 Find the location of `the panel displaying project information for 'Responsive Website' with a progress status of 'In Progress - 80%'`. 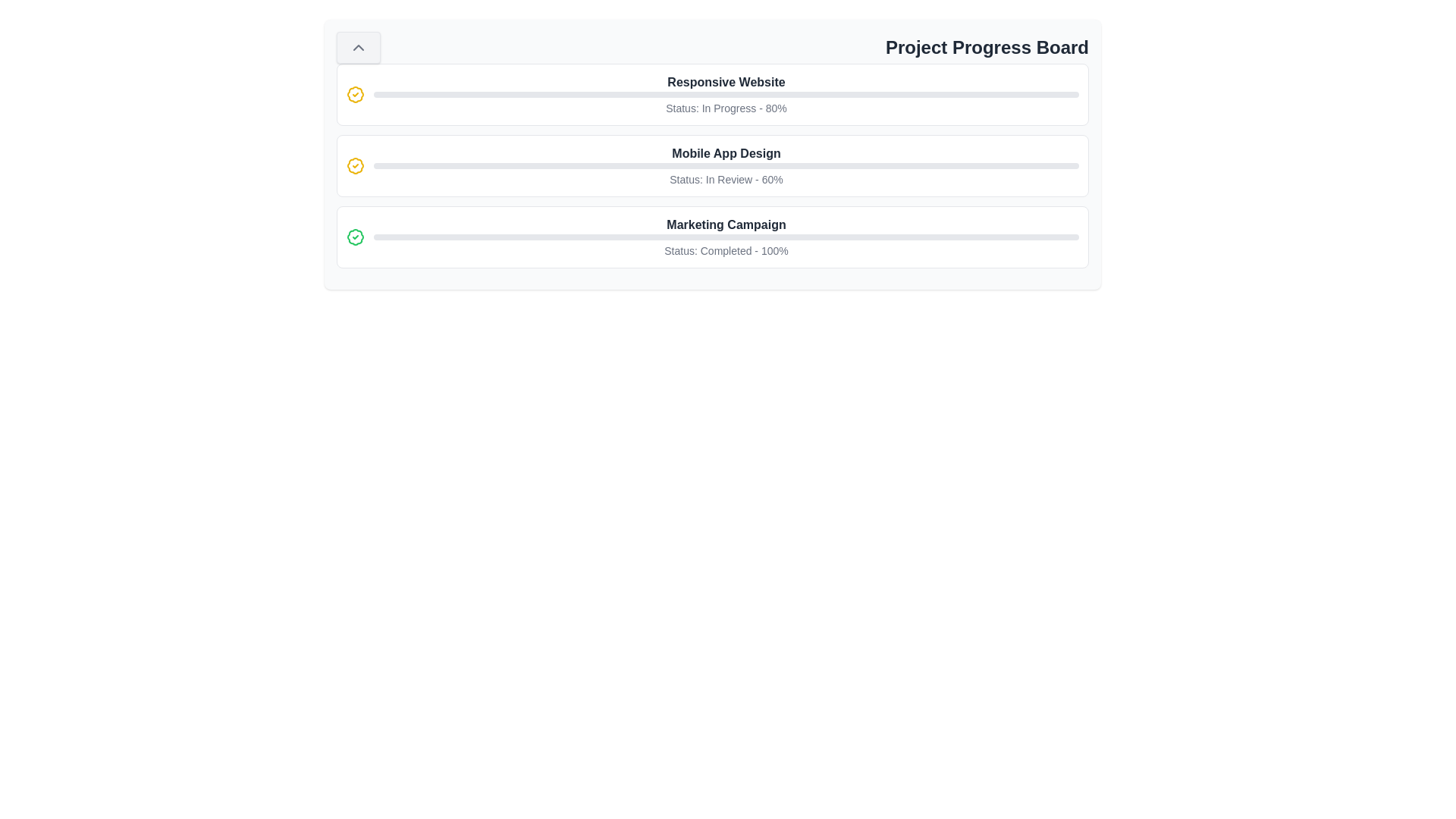

the panel displaying project information for 'Responsive Website' with a progress status of 'In Progress - 80%' is located at coordinates (712, 94).